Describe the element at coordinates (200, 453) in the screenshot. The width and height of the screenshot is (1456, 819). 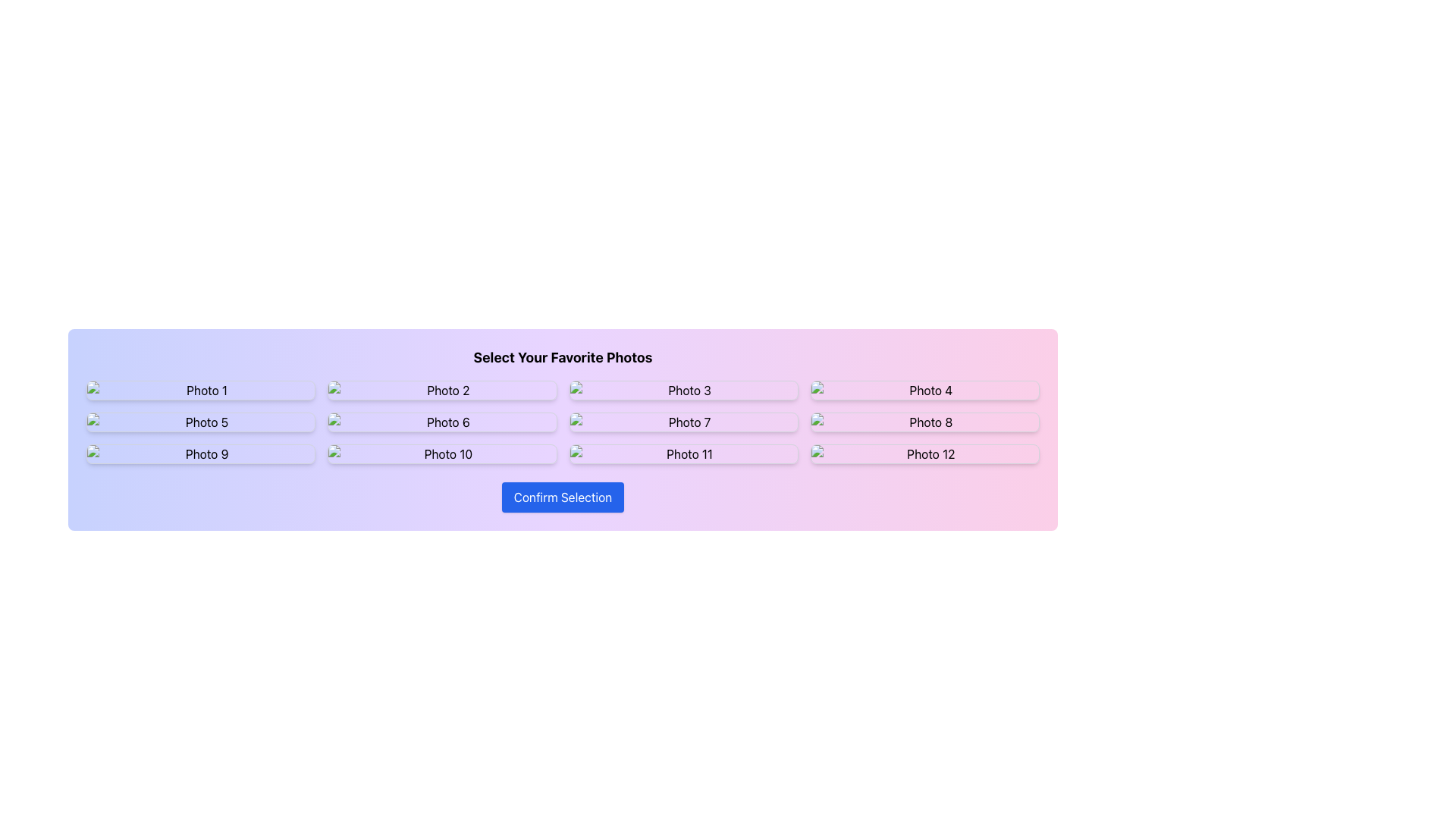
I see `the Image placeholder containing the text 'Photo 9'` at that location.